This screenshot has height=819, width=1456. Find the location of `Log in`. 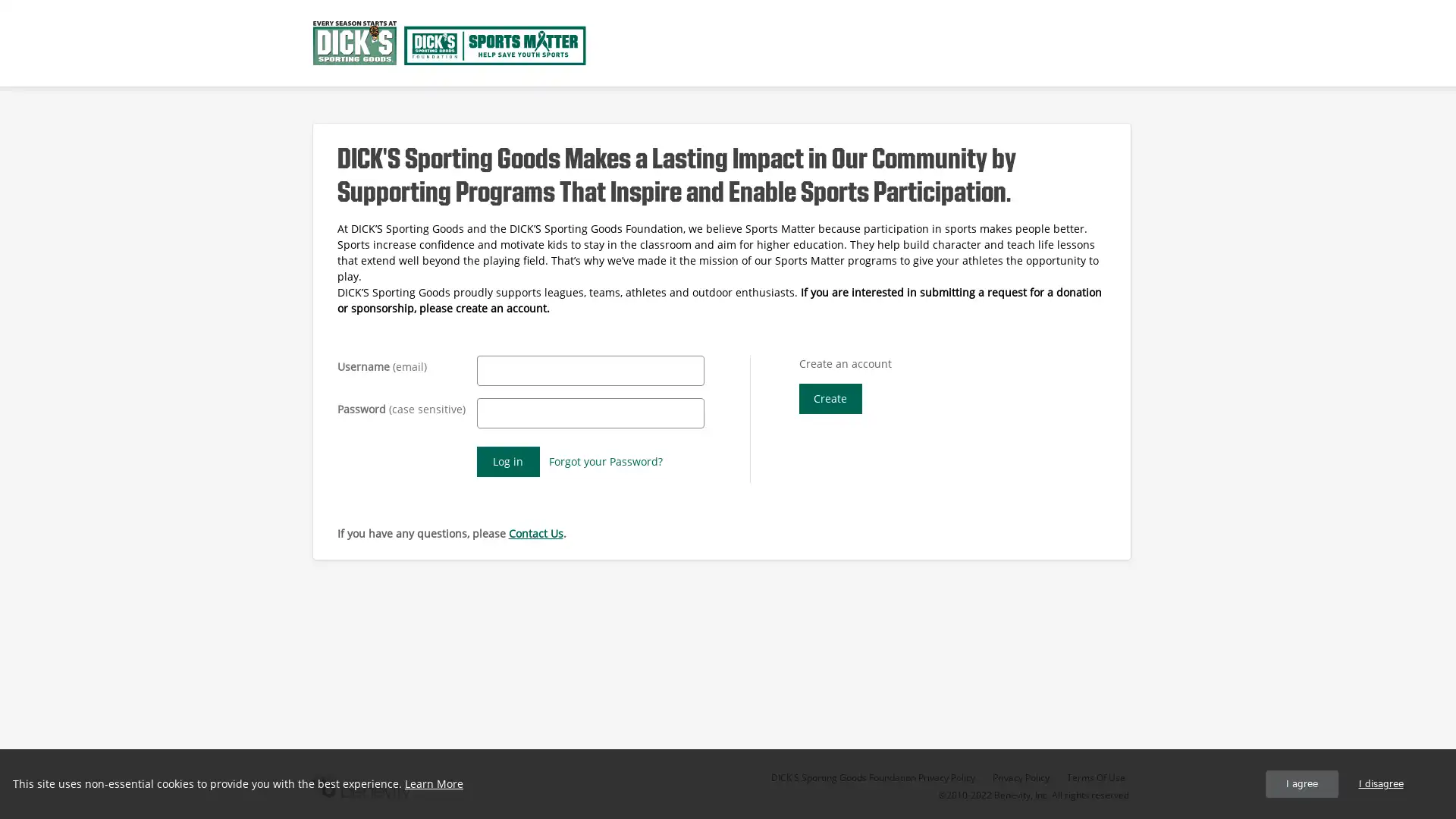

Log in is located at coordinates (507, 461).